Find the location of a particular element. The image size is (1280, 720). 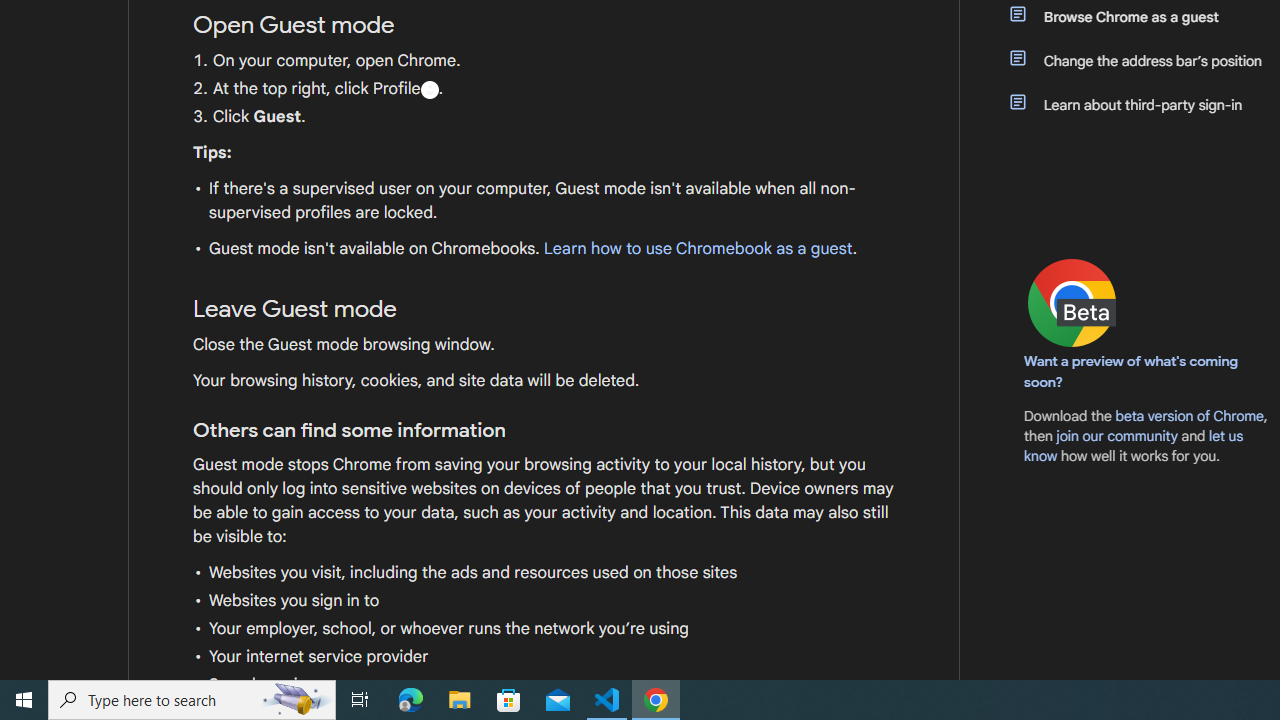

'Chrome Beta logo' is located at coordinates (1071, 303).